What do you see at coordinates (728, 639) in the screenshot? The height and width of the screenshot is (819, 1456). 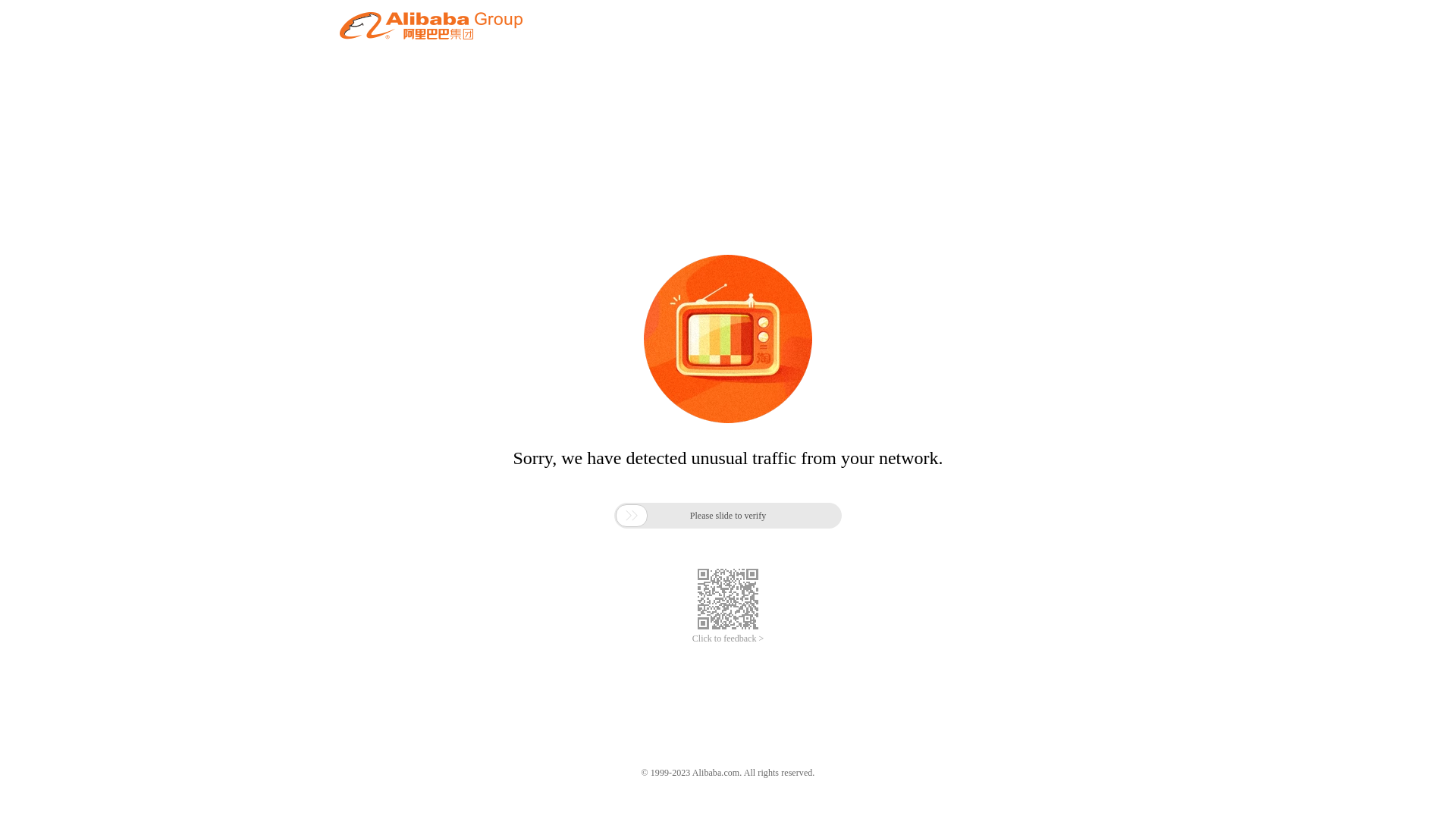 I see `'Click to feedback >'` at bounding box center [728, 639].